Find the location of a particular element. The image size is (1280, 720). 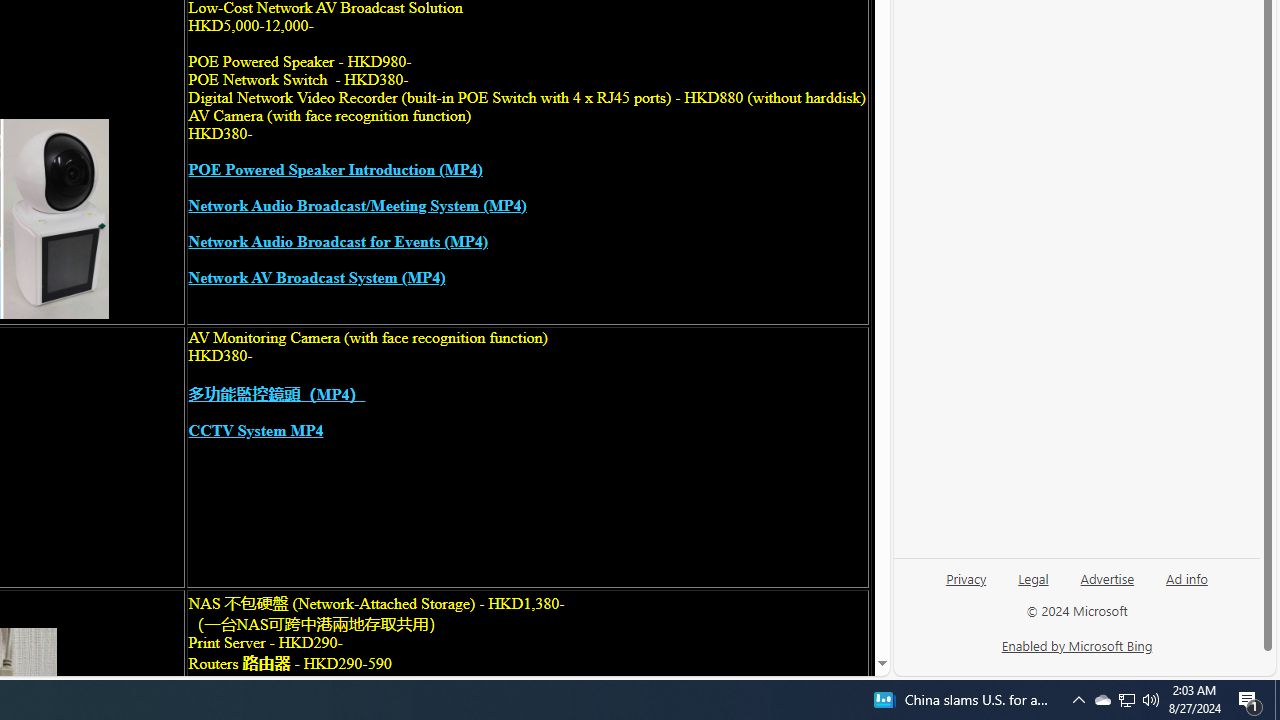

'Network Audio Broadcast for Events (MP4) ' is located at coordinates (337, 241).